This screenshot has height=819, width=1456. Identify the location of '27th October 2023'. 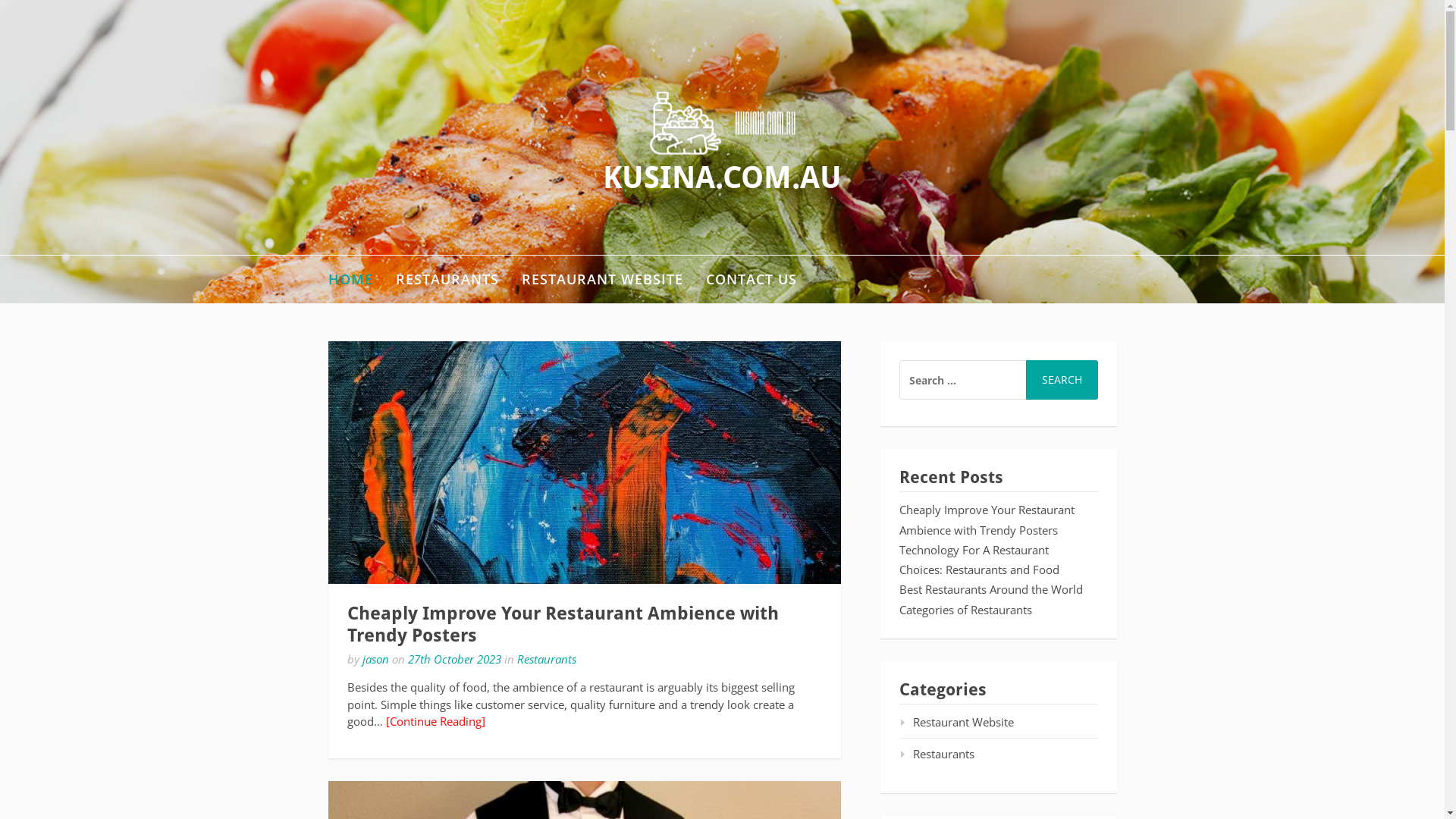
(407, 657).